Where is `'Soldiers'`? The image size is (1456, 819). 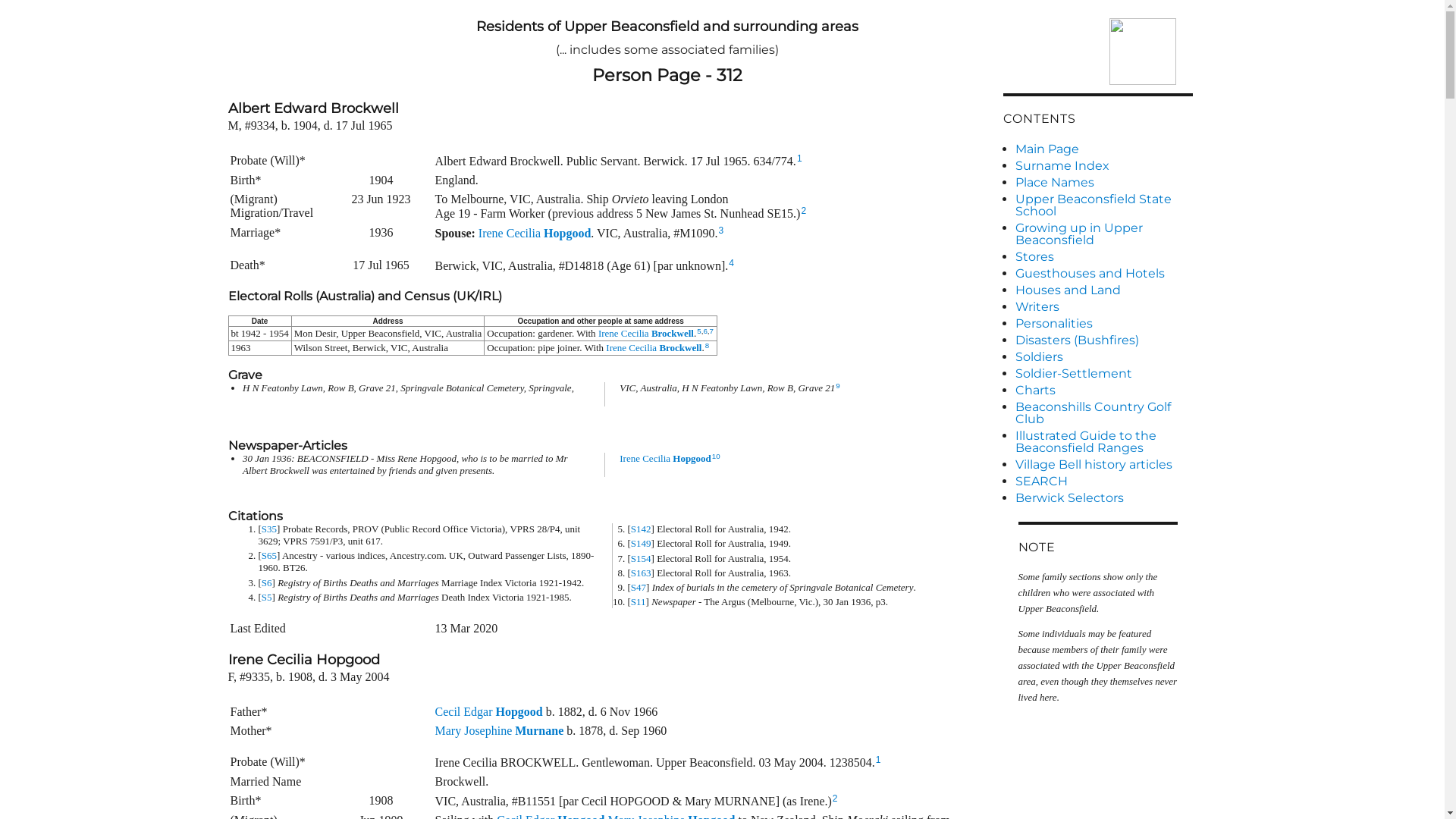
'Soldiers' is located at coordinates (1103, 356).